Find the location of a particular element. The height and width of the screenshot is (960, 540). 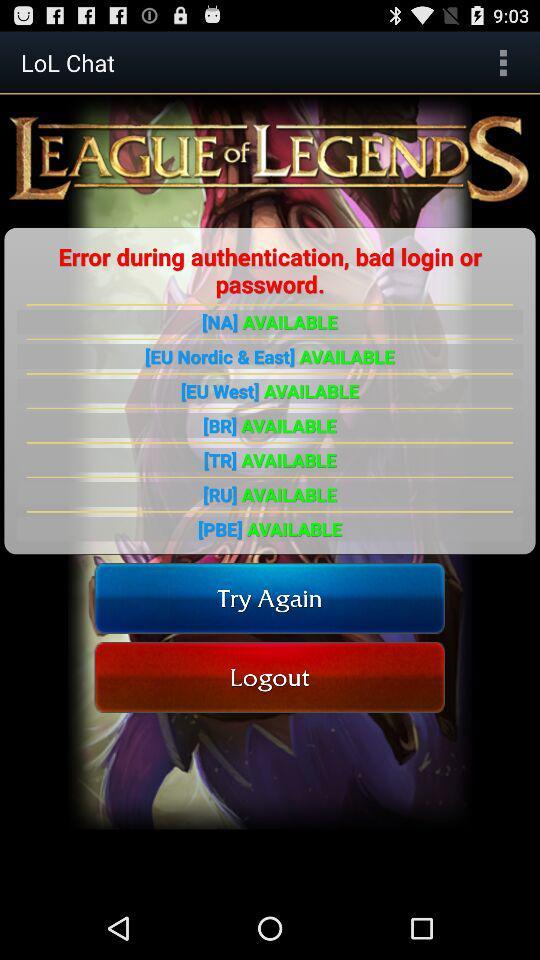

item next to lol chat icon is located at coordinates (502, 62).